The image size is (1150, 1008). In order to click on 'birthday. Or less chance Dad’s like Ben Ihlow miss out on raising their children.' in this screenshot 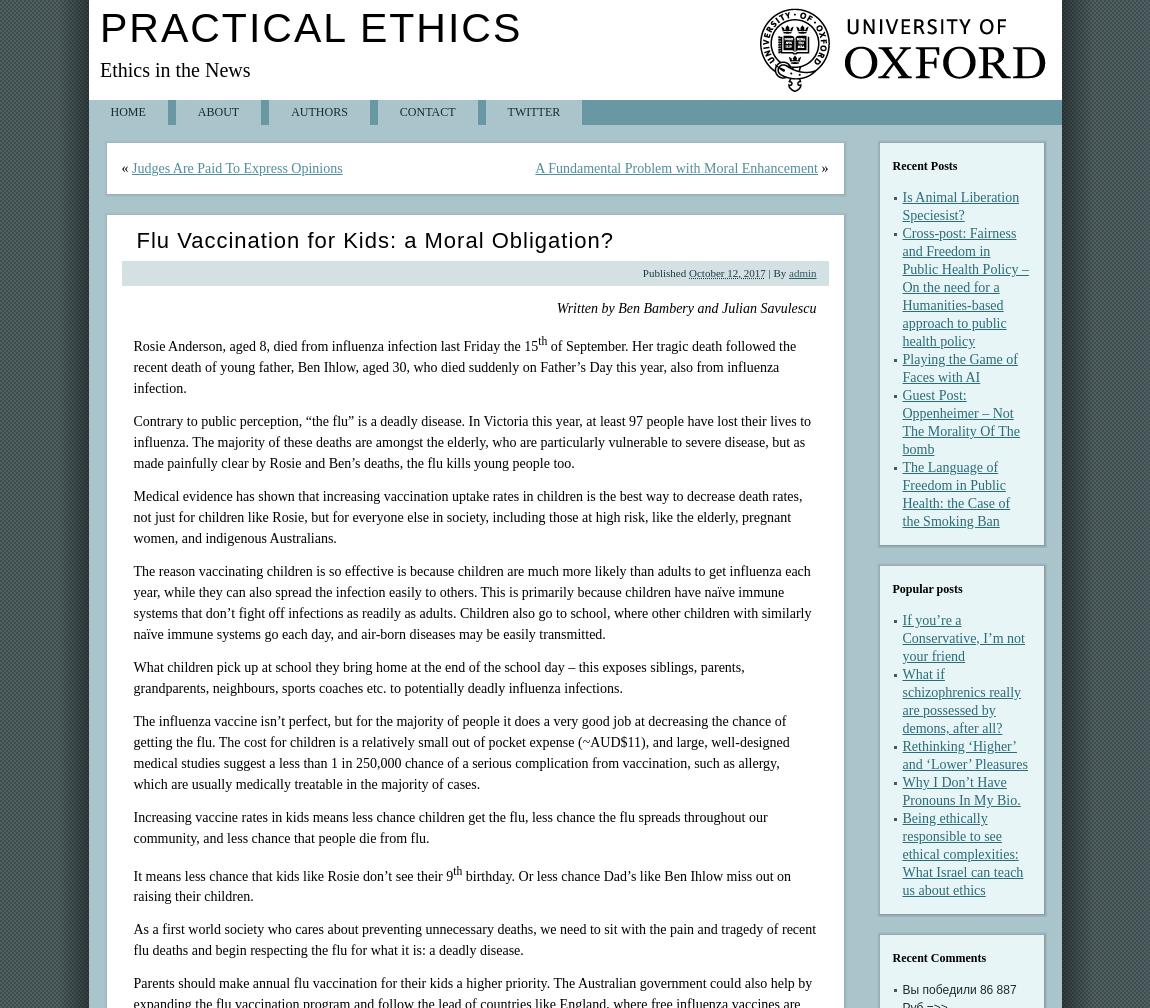, I will do `click(461, 886)`.